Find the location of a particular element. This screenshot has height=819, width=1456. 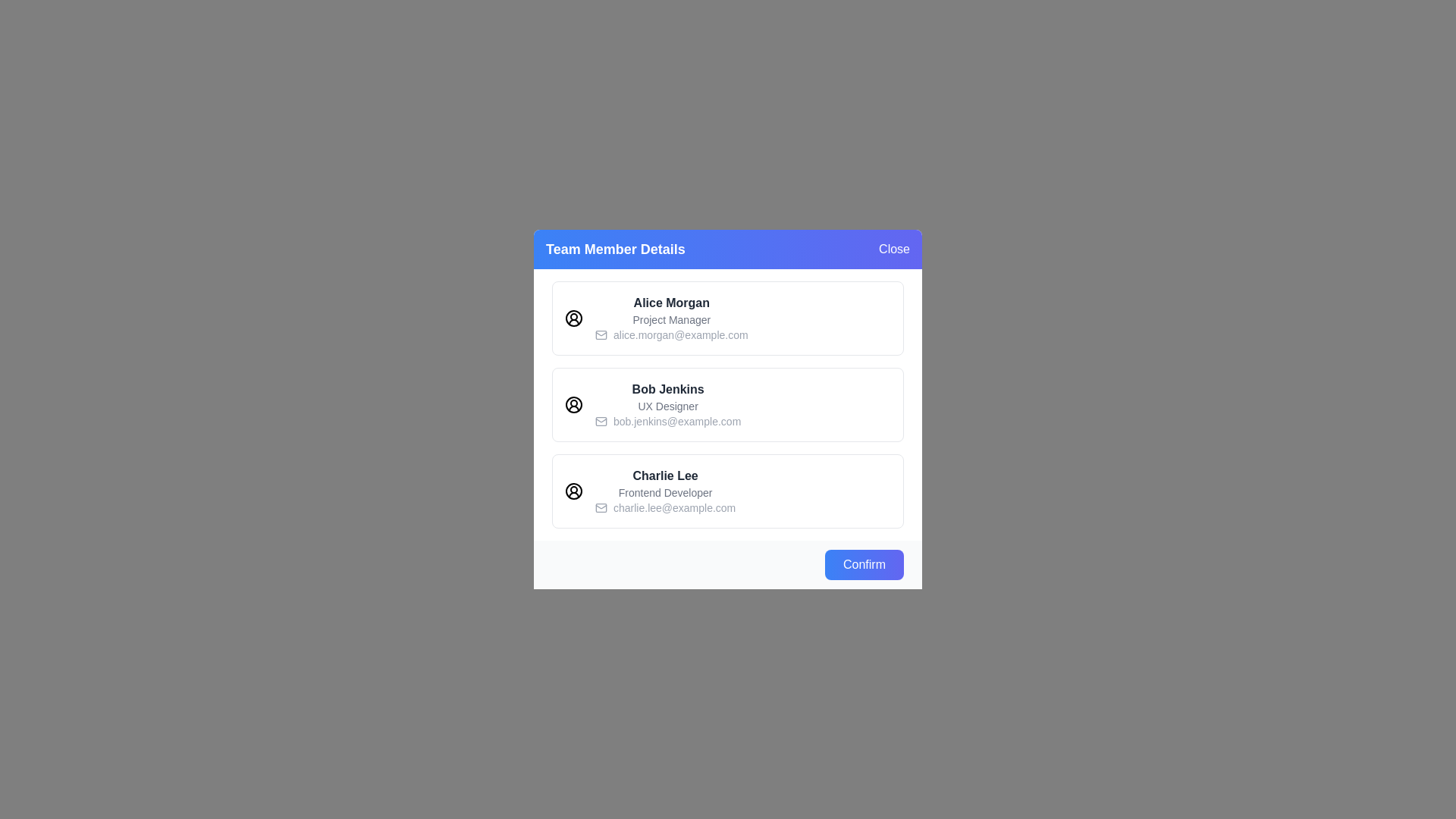

the text display for 'Bob Jenkins', which includes his name, title 'UX Designer', and email address is located at coordinates (667, 403).